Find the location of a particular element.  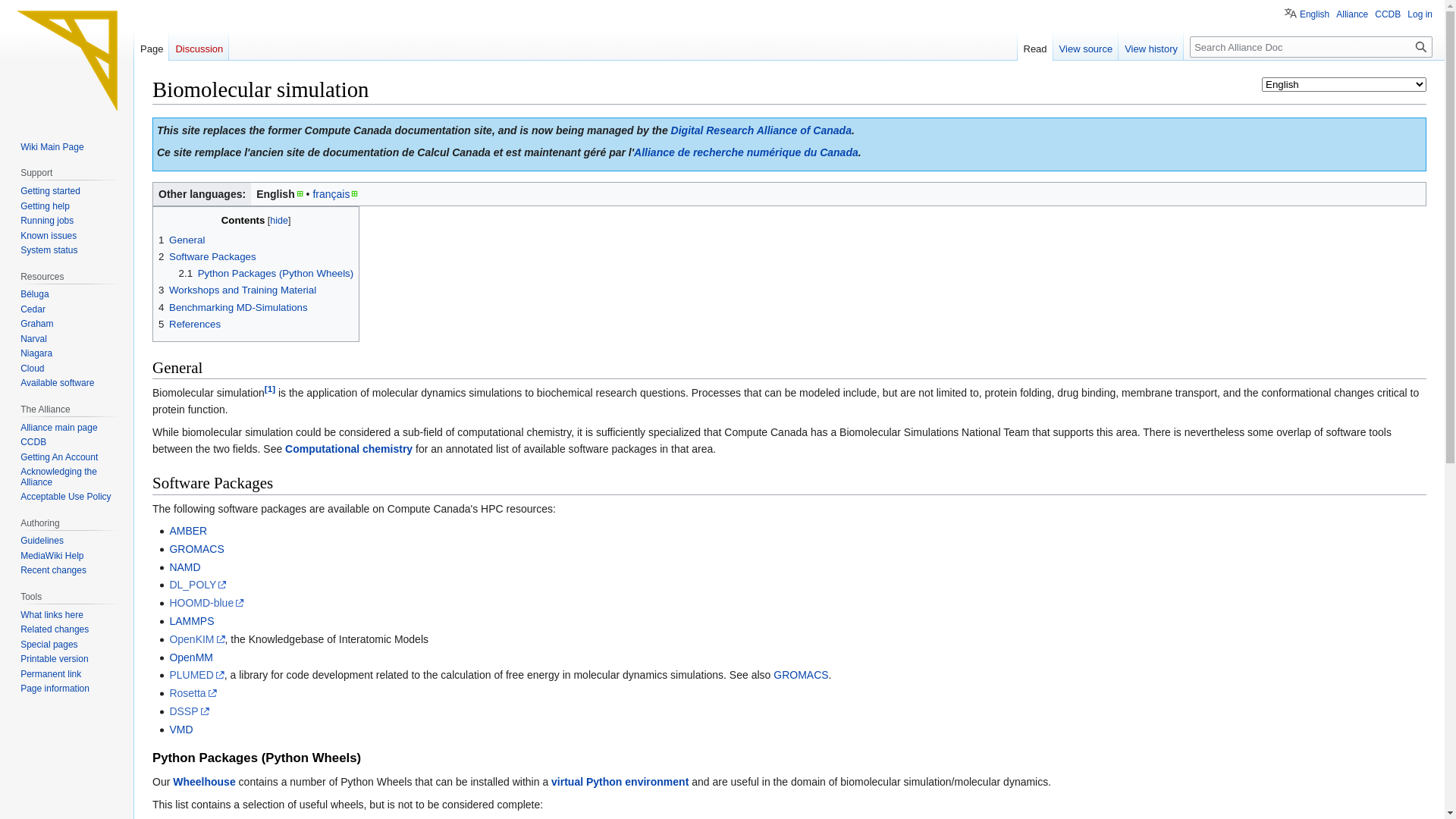

'1 General' is located at coordinates (181, 239).